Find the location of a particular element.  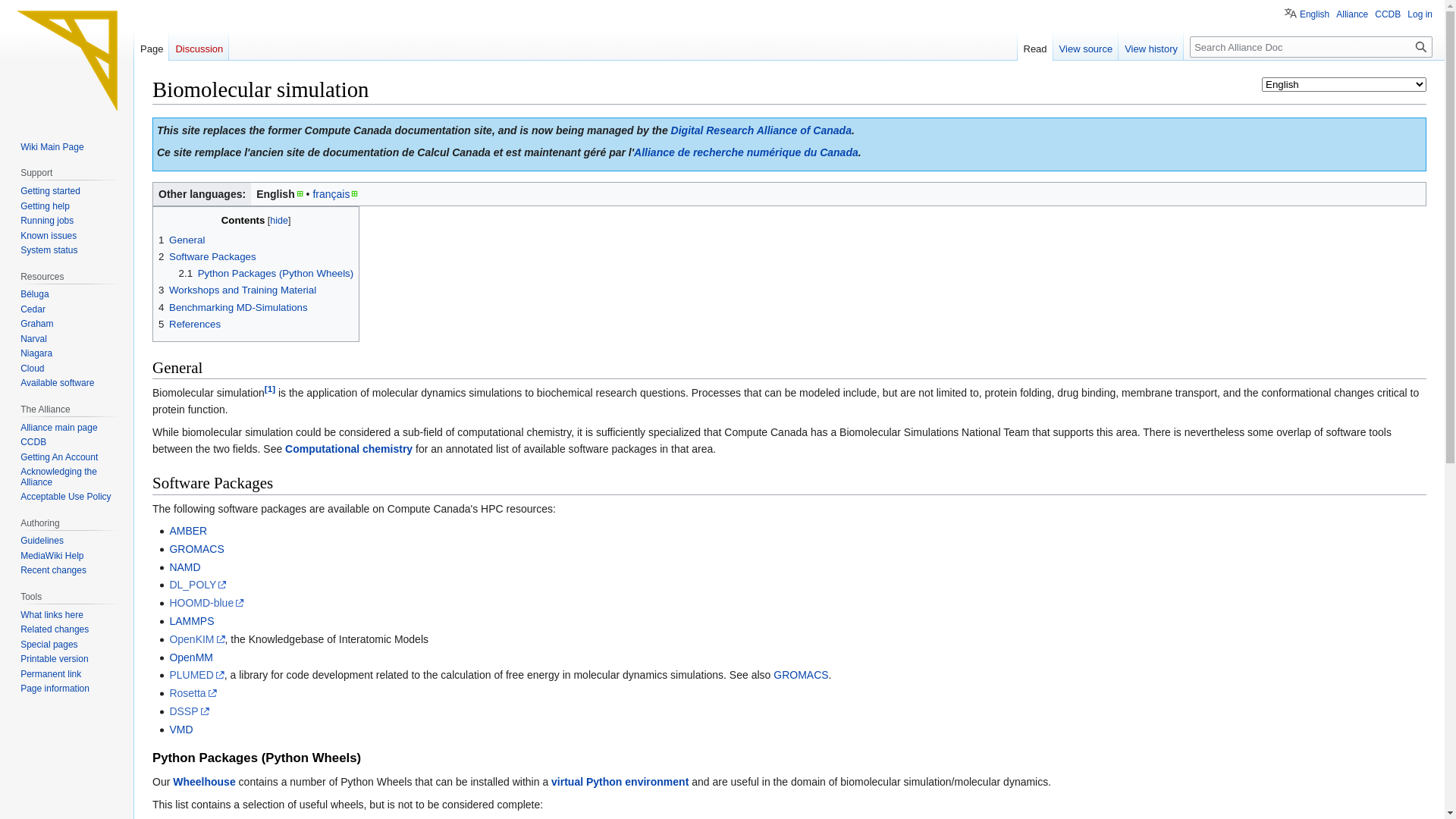

'1 General' is located at coordinates (181, 239).